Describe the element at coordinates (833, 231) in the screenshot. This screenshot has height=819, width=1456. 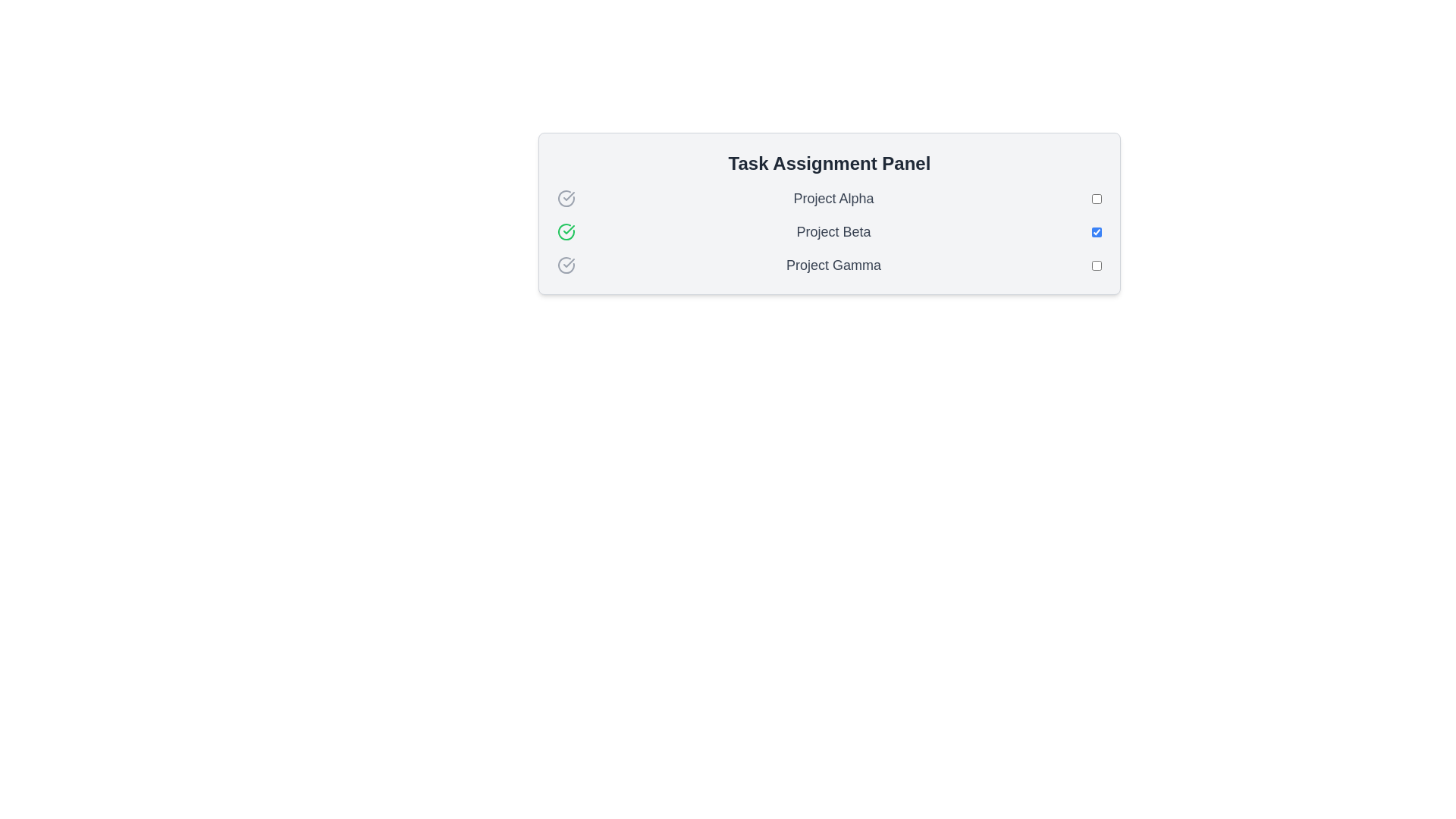
I see `the text label element displaying 'Project Beta'` at that location.